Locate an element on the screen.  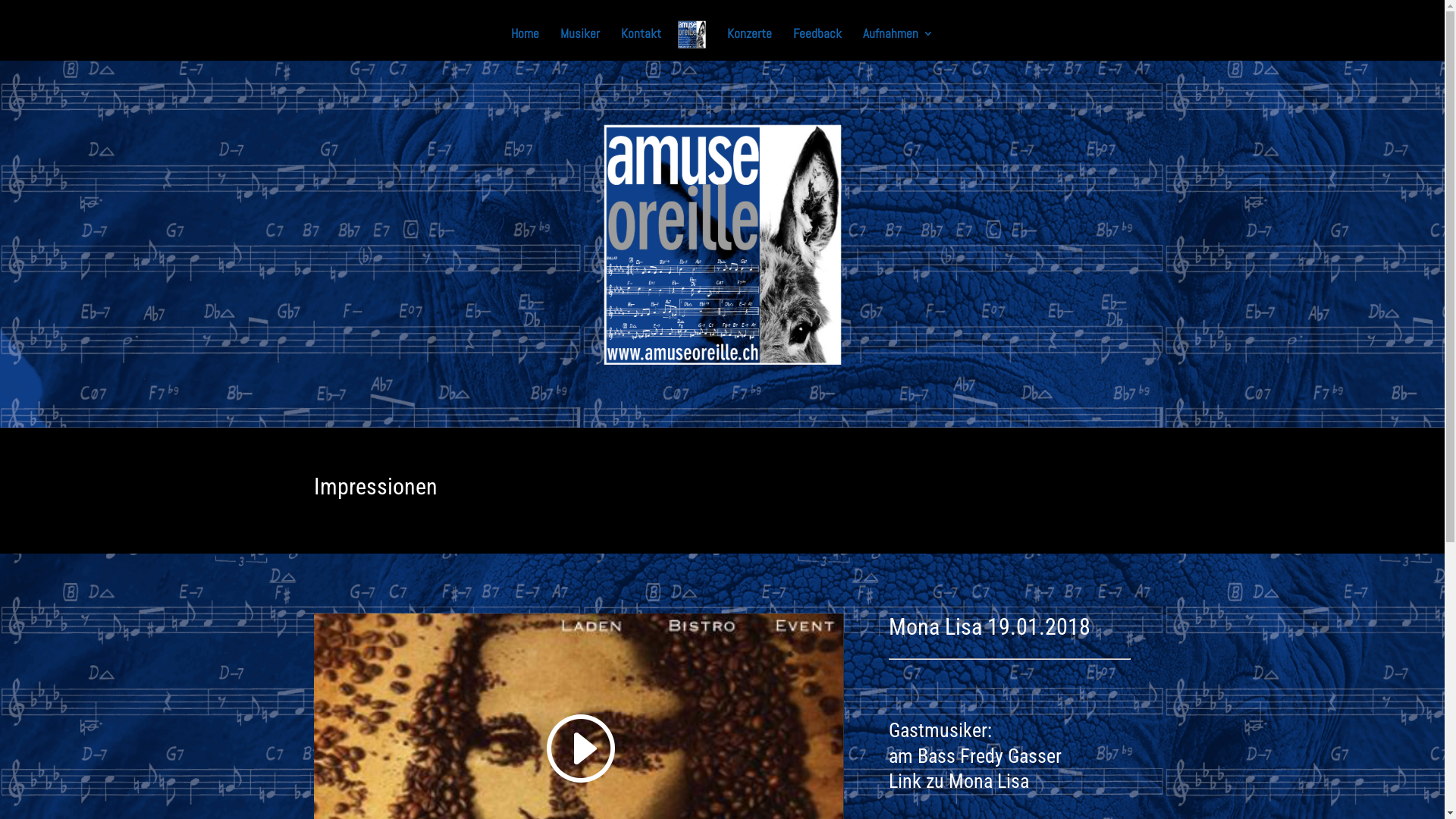
'Aufnahmen' is located at coordinates (898, 43).